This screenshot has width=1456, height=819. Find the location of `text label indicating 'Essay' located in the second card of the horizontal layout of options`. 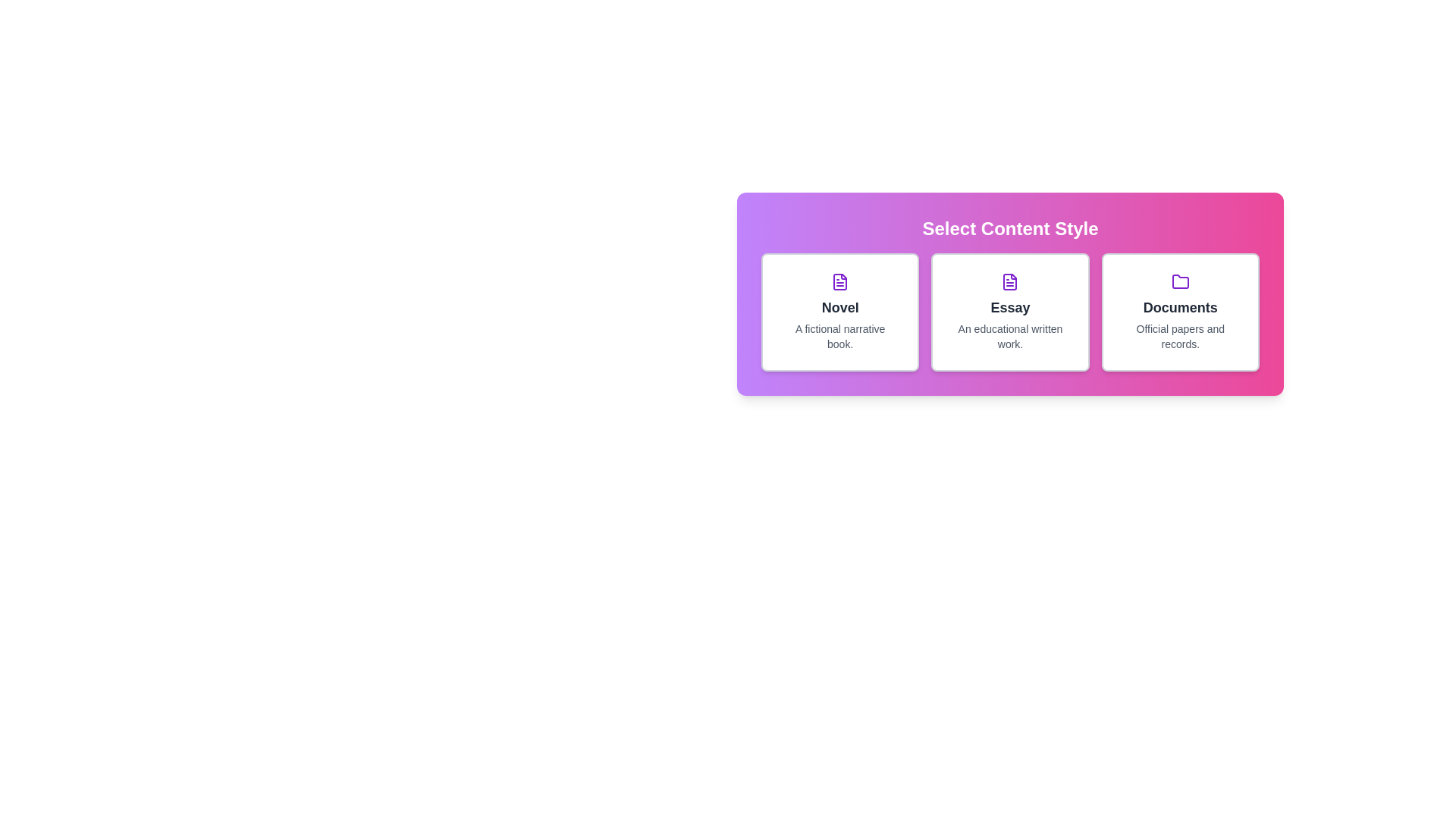

text label indicating 'Essay' located in the second card of the horizontal layout of options is located at coordinates (1010, 307).